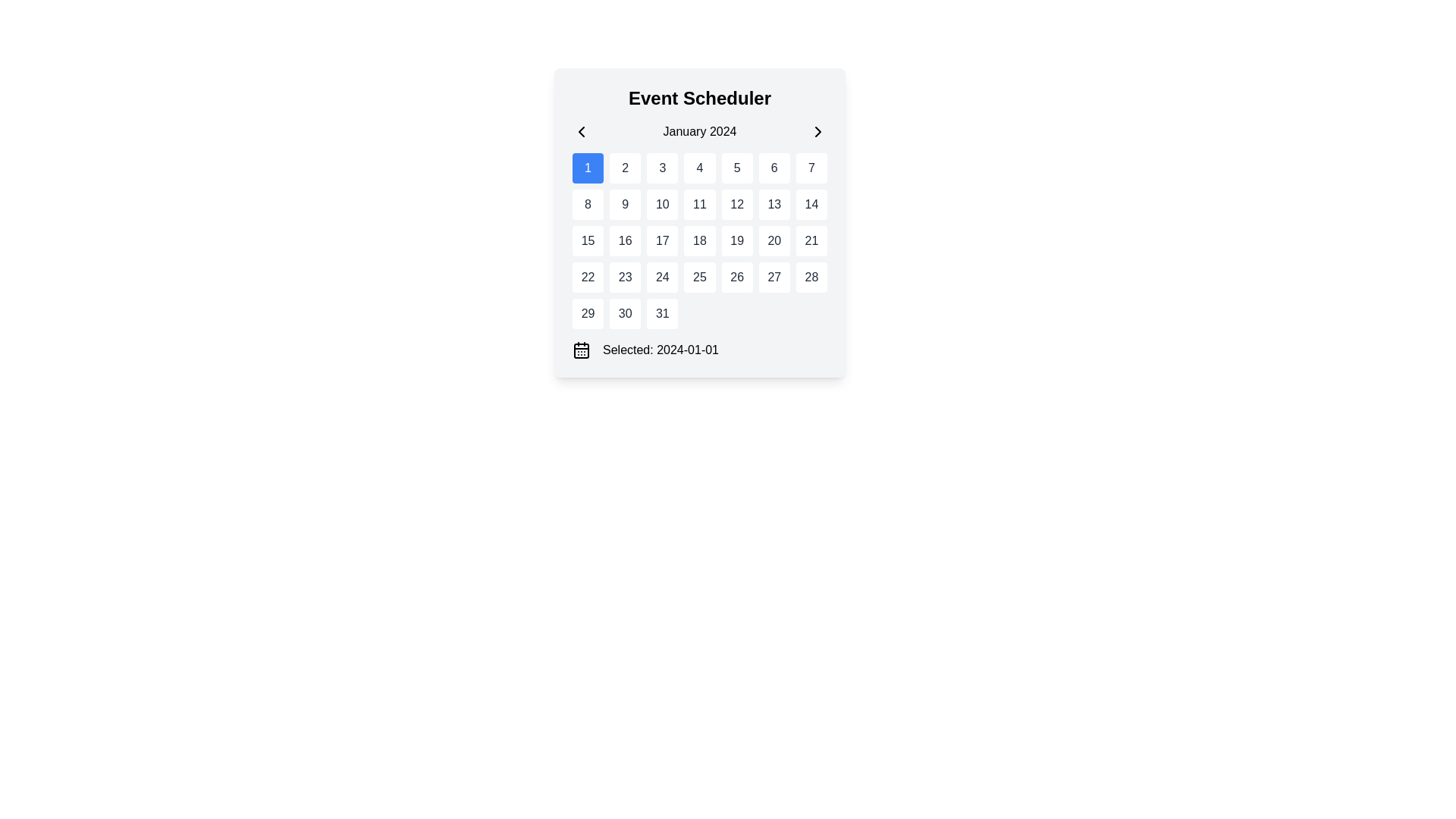 Image resolution: width=1456 pixels, height=819 pixels. I want to click on the rectangular button labeled '1' with white text on a blue background, located at the top-left corner of the grid layout, so click(587, 168).